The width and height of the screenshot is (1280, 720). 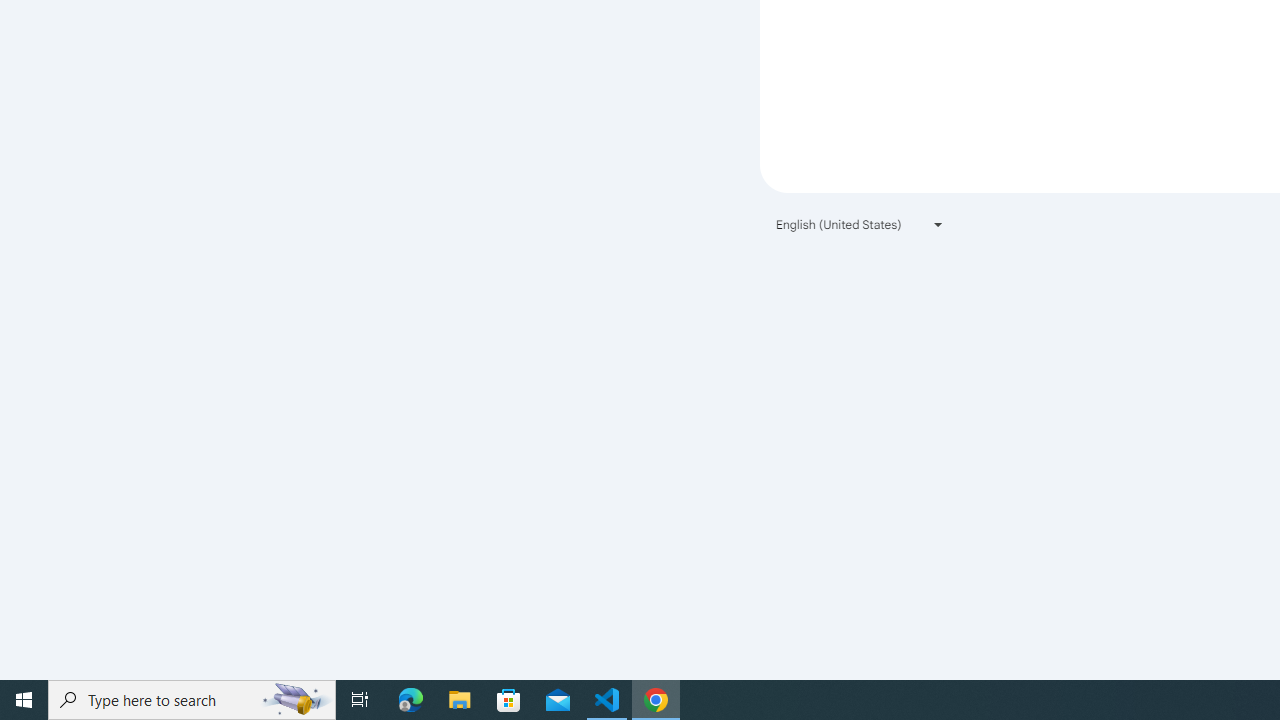 I want to click on 'English (United States)', so click(x=860, y=224).